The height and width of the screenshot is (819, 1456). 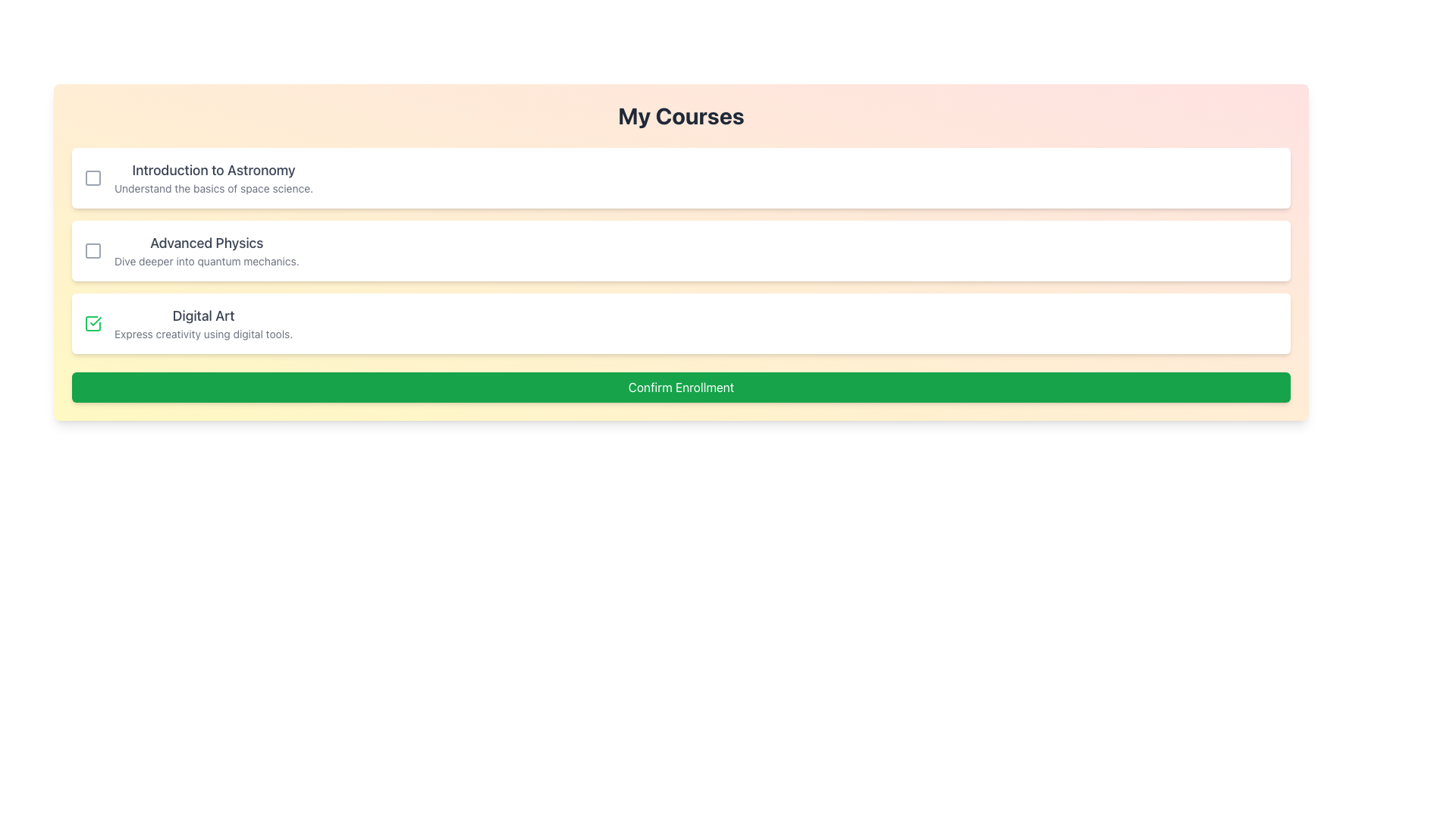 What do you see at coordinates (206, 242) in the screenshot?
I see `the text label displaying 'Advanced Physics' for accessibility purposes` at bounding box center [206, 242].